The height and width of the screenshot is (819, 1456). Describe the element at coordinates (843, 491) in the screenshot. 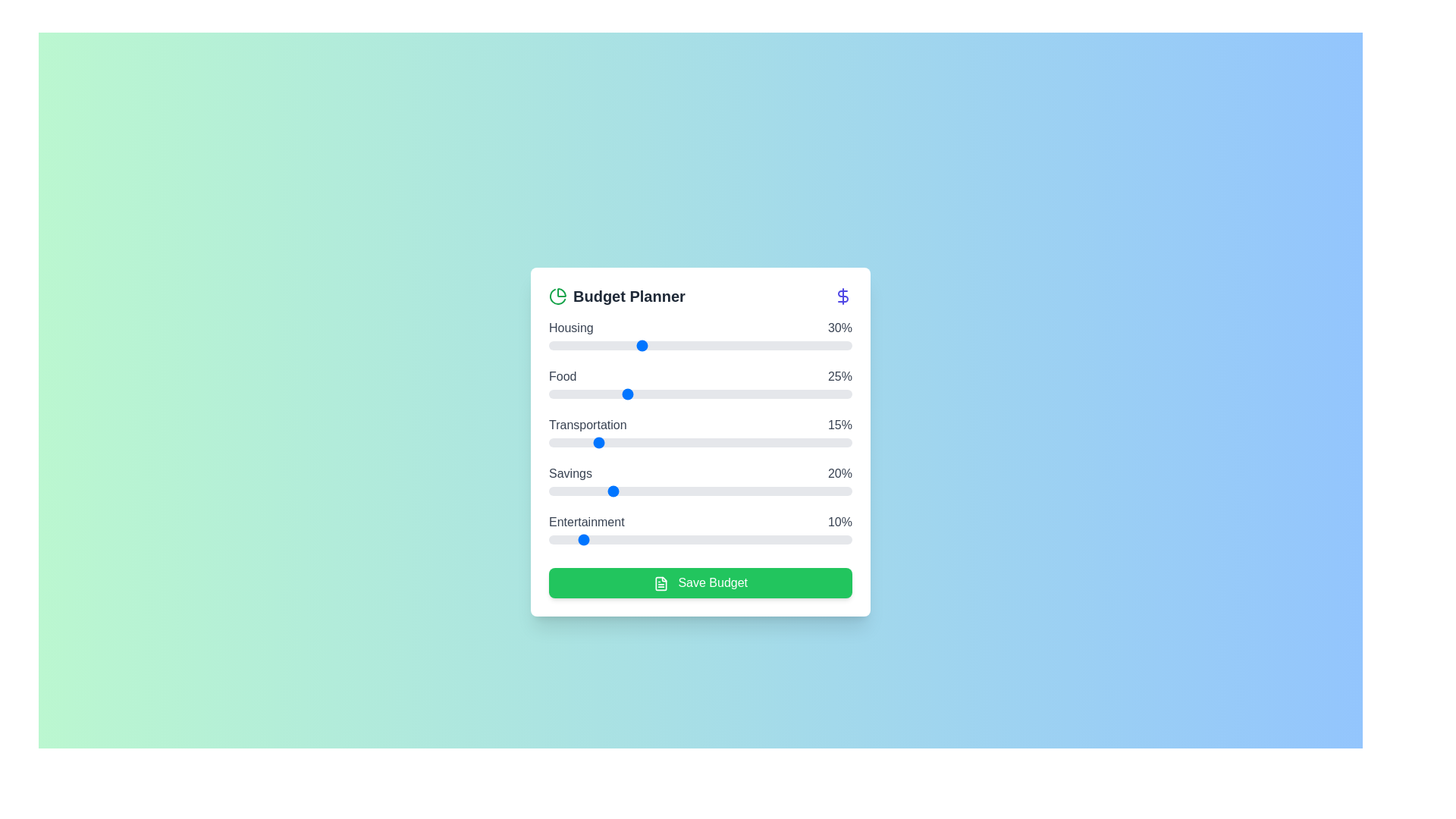

I see `the 'Savings' slider to 97% allocation` at that location.